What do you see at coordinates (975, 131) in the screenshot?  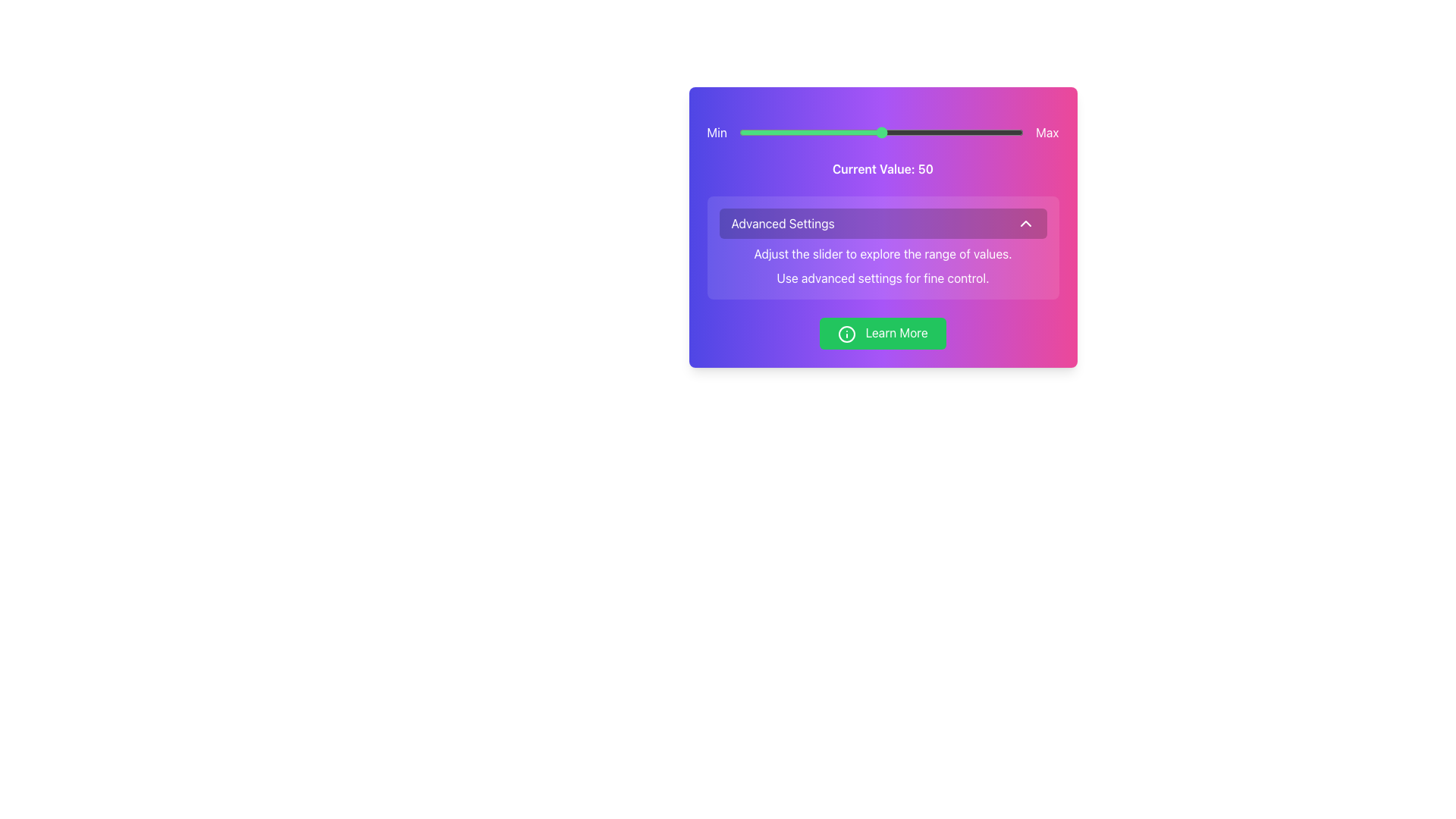 I see `the value of the slider` at bounding box center [975, 131].